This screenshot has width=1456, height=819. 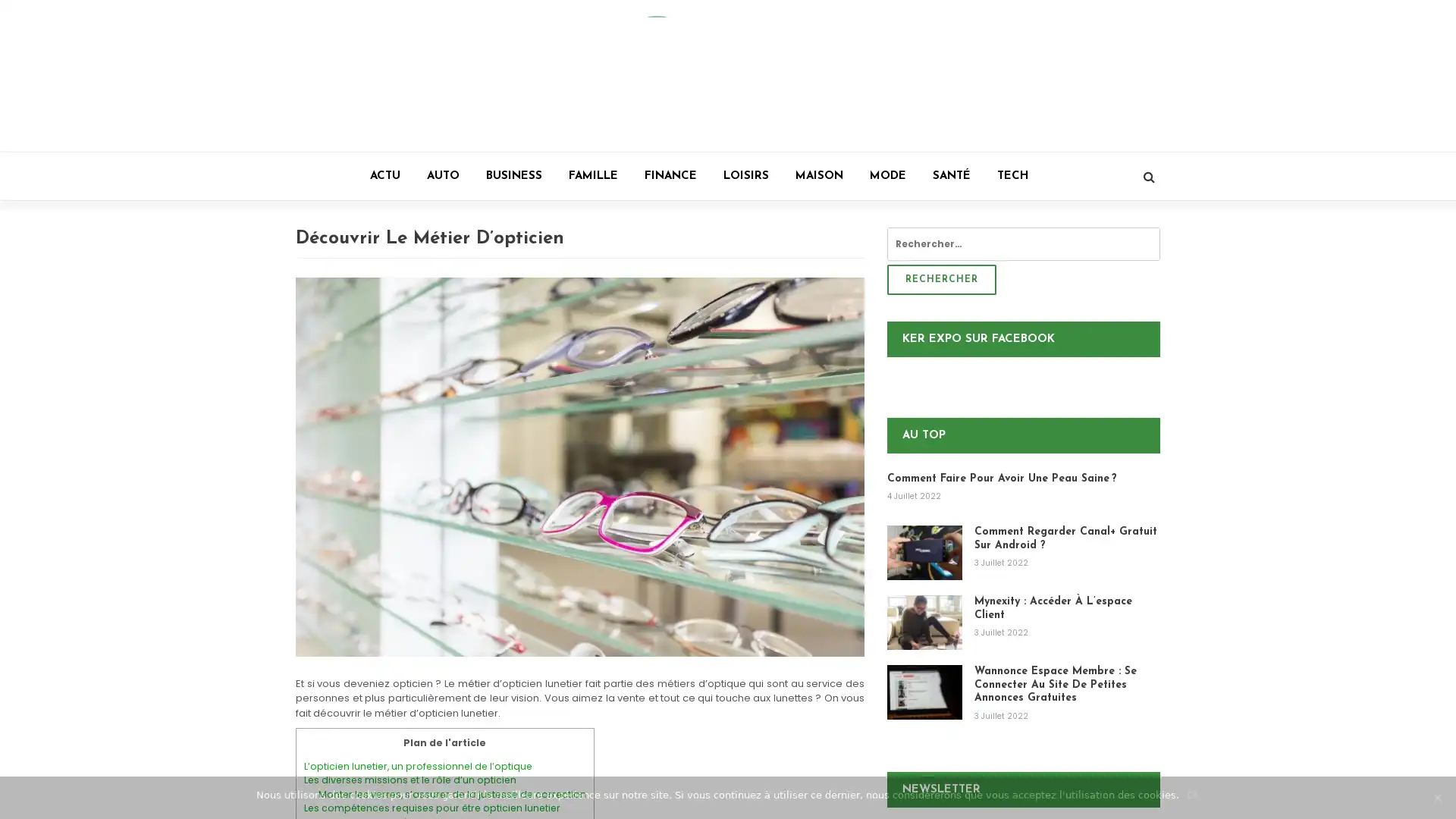 What do you see at coordinates (941, 280) in the screenshot?
I see `Rechercher` at bounding box center [941, 280].